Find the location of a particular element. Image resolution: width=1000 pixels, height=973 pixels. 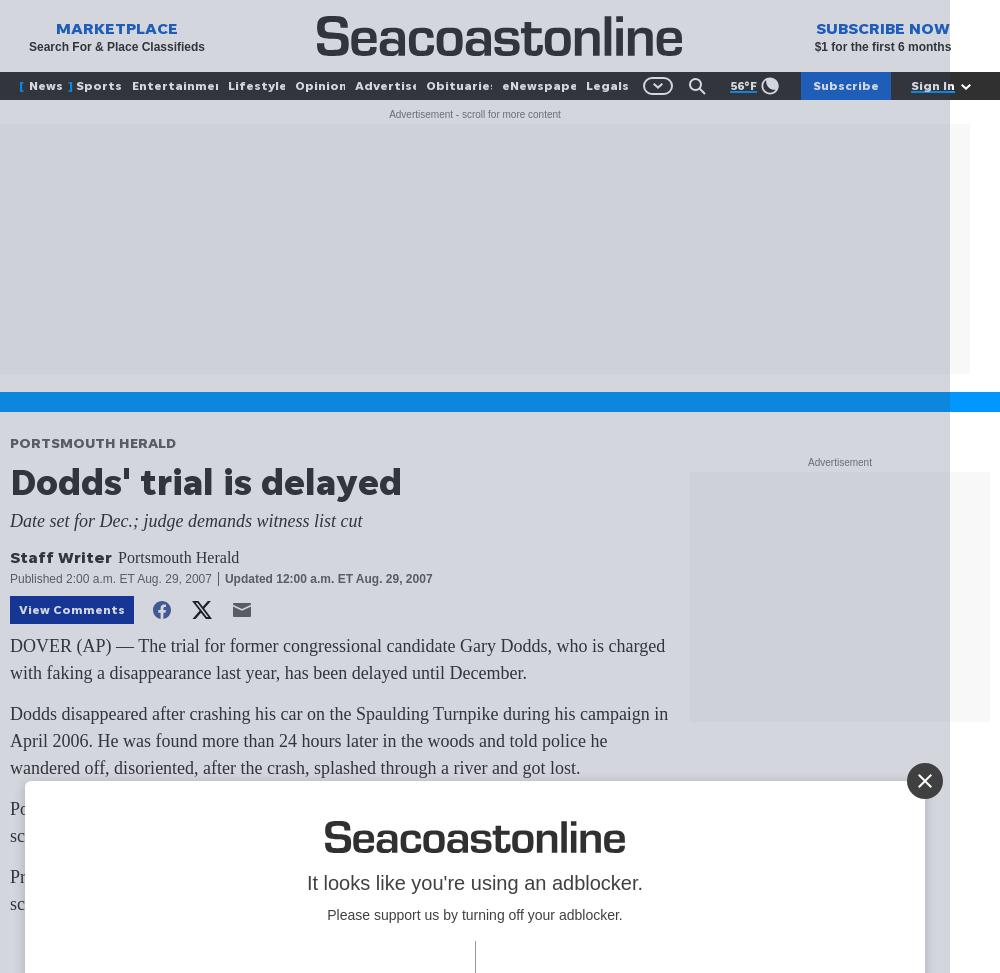

'Legals' is located at coordinates (585, 84).